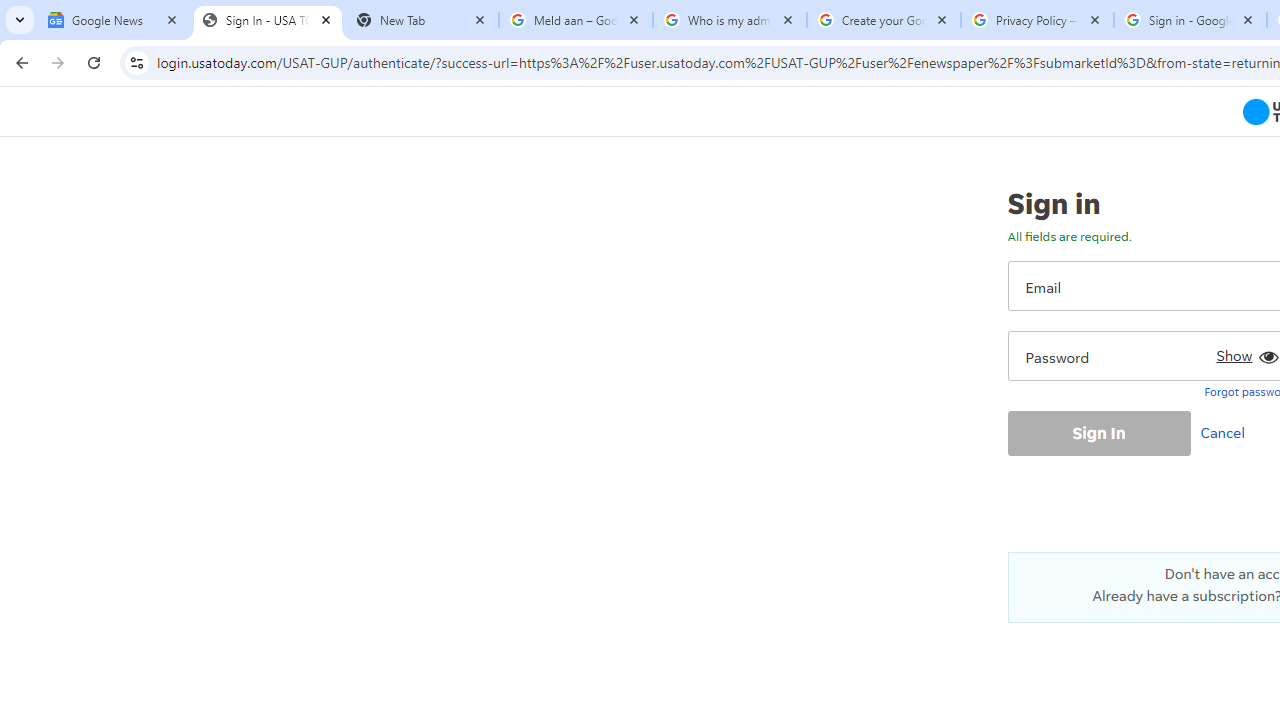 This screenshot has height=720, width=1280. Describe the element at coordinates (1247, 19) in the screenshot. I see `'Close'` at that location.